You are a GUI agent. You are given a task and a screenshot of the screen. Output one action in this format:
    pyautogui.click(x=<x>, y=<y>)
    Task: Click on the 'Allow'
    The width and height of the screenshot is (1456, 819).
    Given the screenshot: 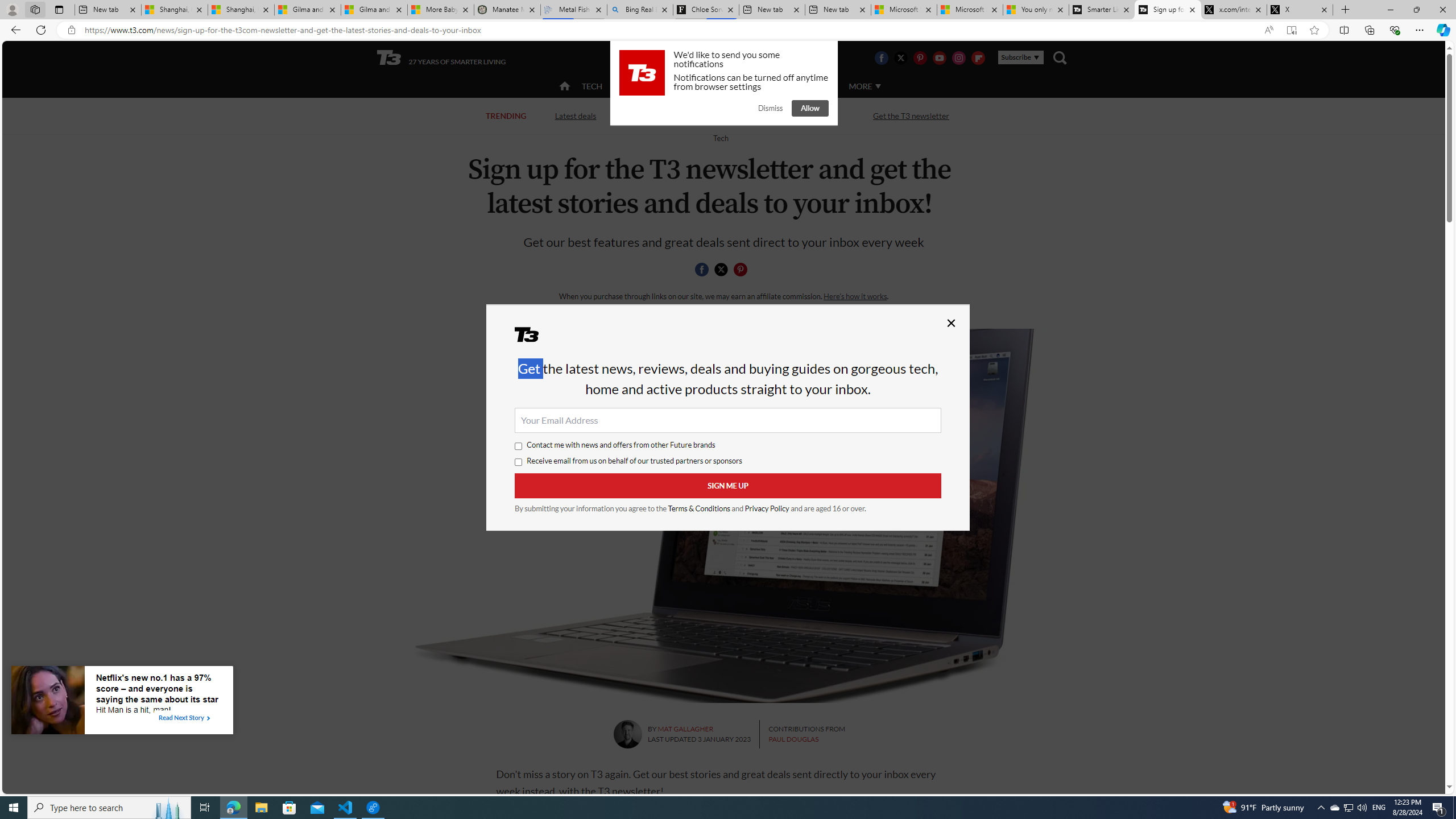 What is the action you would take?
    pyautogui.click(x=809, y=107)
    